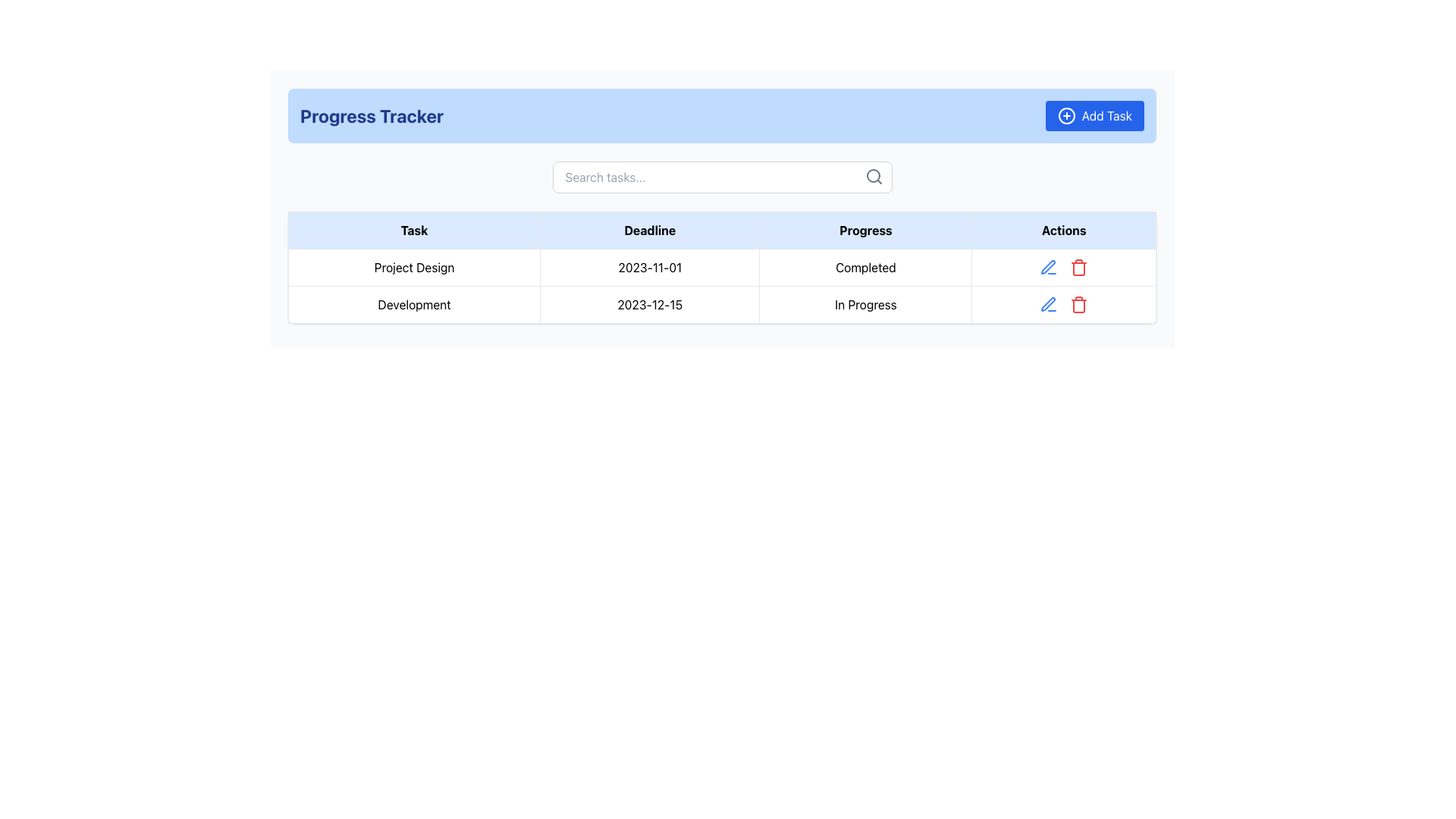  What do you see at coordinates (1078, 267) in the screenshot?
I see `the delete button located in the 'Actions' column of the second row in the table` at bounding box center [1078, 267].